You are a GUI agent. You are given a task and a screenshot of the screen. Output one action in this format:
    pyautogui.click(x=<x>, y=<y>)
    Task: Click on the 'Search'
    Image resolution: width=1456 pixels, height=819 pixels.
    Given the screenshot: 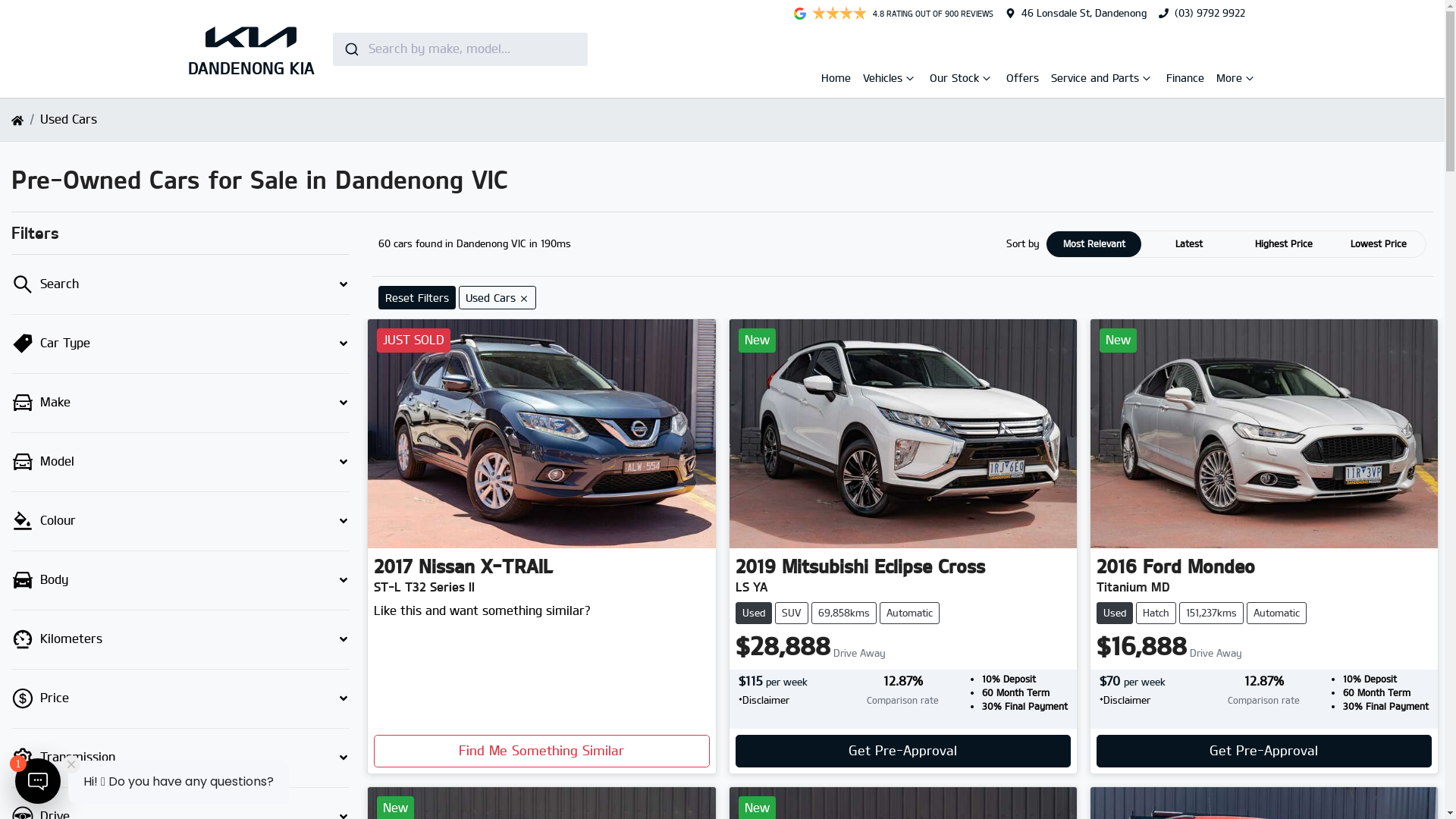 What is the action you would take?
    pyautogui.click(x=180, y=284)
    